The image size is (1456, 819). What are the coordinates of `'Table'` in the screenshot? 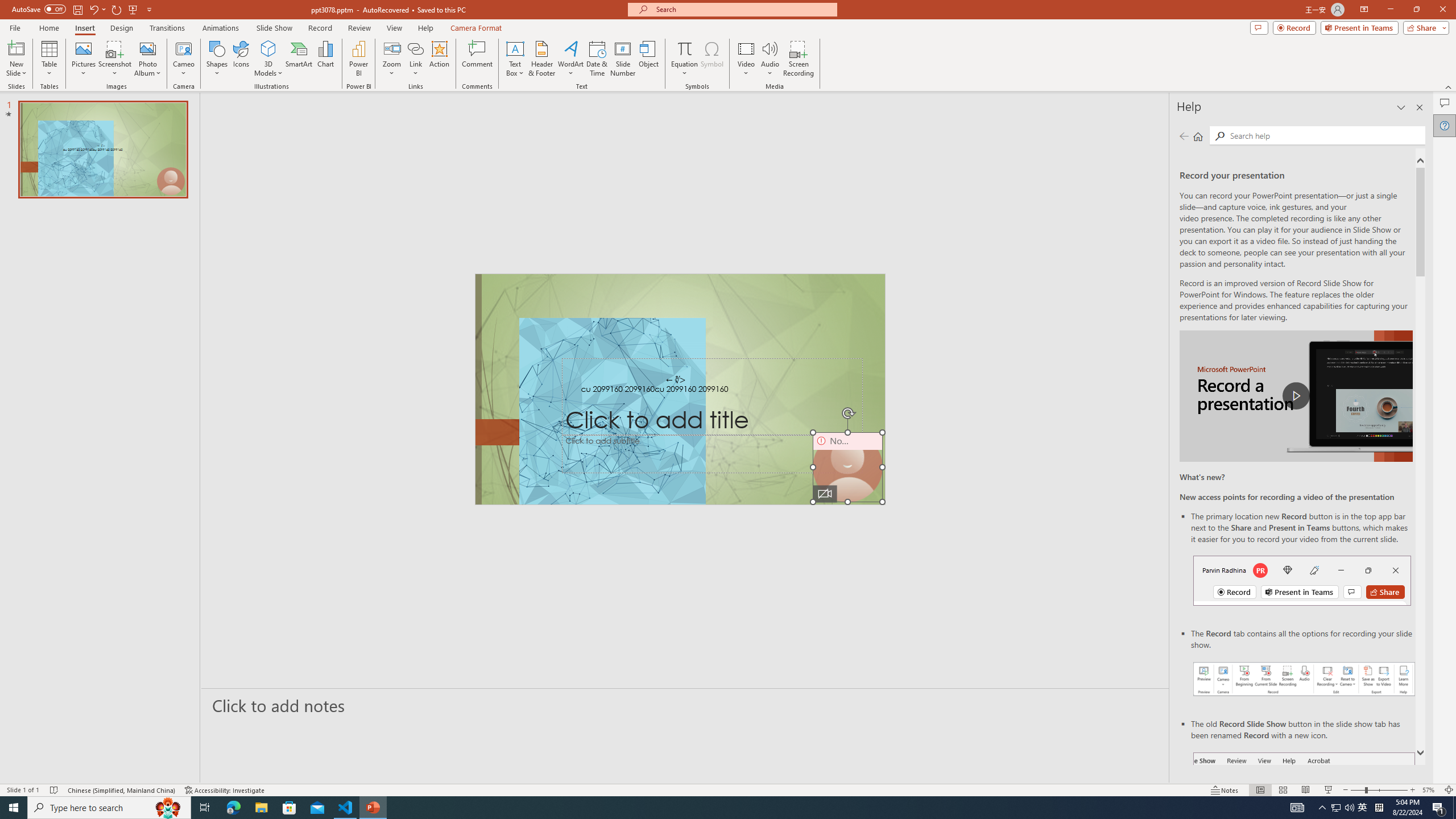 It's located at (49, 59).